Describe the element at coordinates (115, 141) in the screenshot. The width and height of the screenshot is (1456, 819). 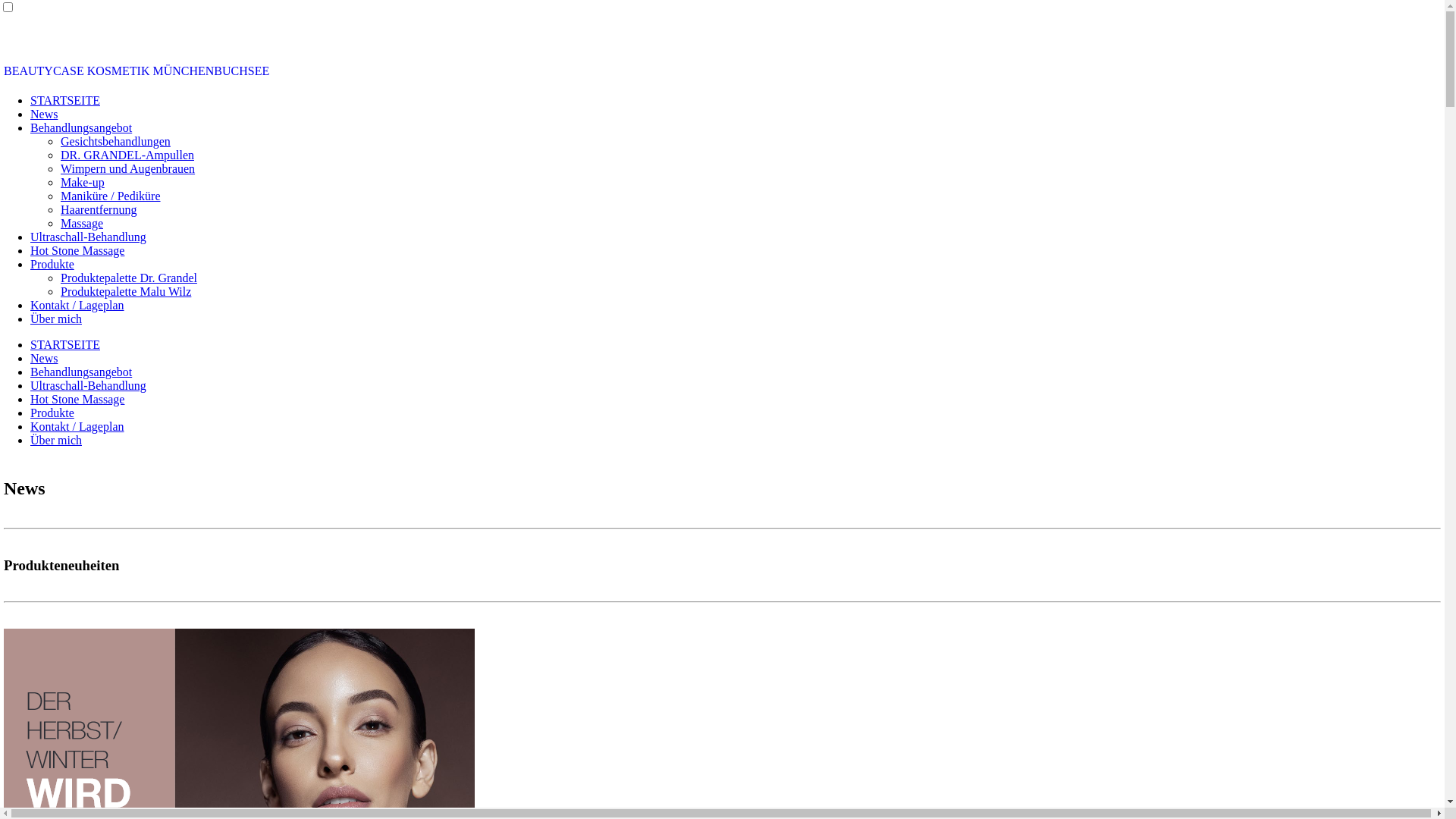
I see `'Gesichtsbehandlungen'` at that location.